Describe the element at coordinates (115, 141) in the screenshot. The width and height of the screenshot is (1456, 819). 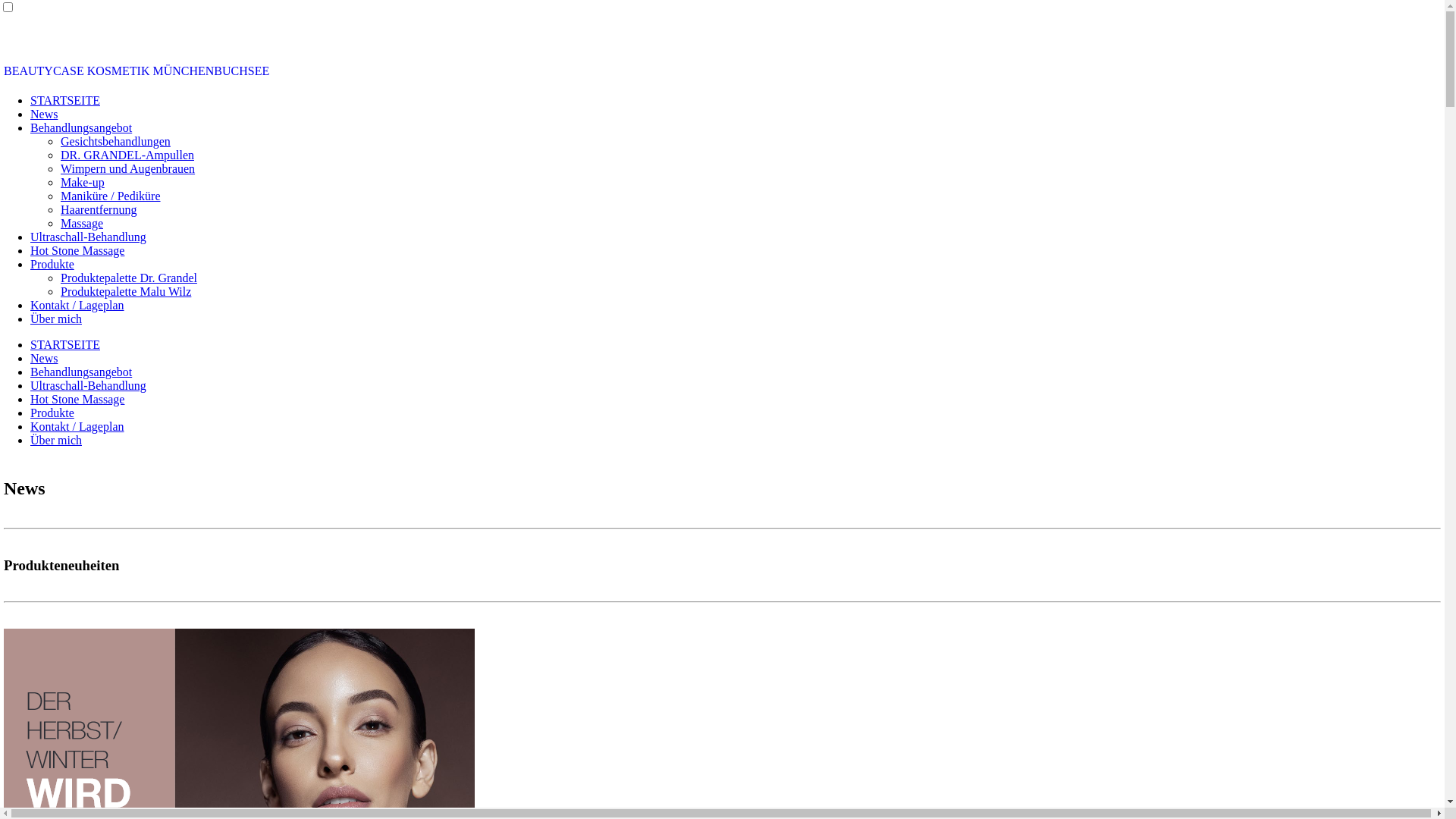
I see `'Gesichtsbehandlungen'` at that location.